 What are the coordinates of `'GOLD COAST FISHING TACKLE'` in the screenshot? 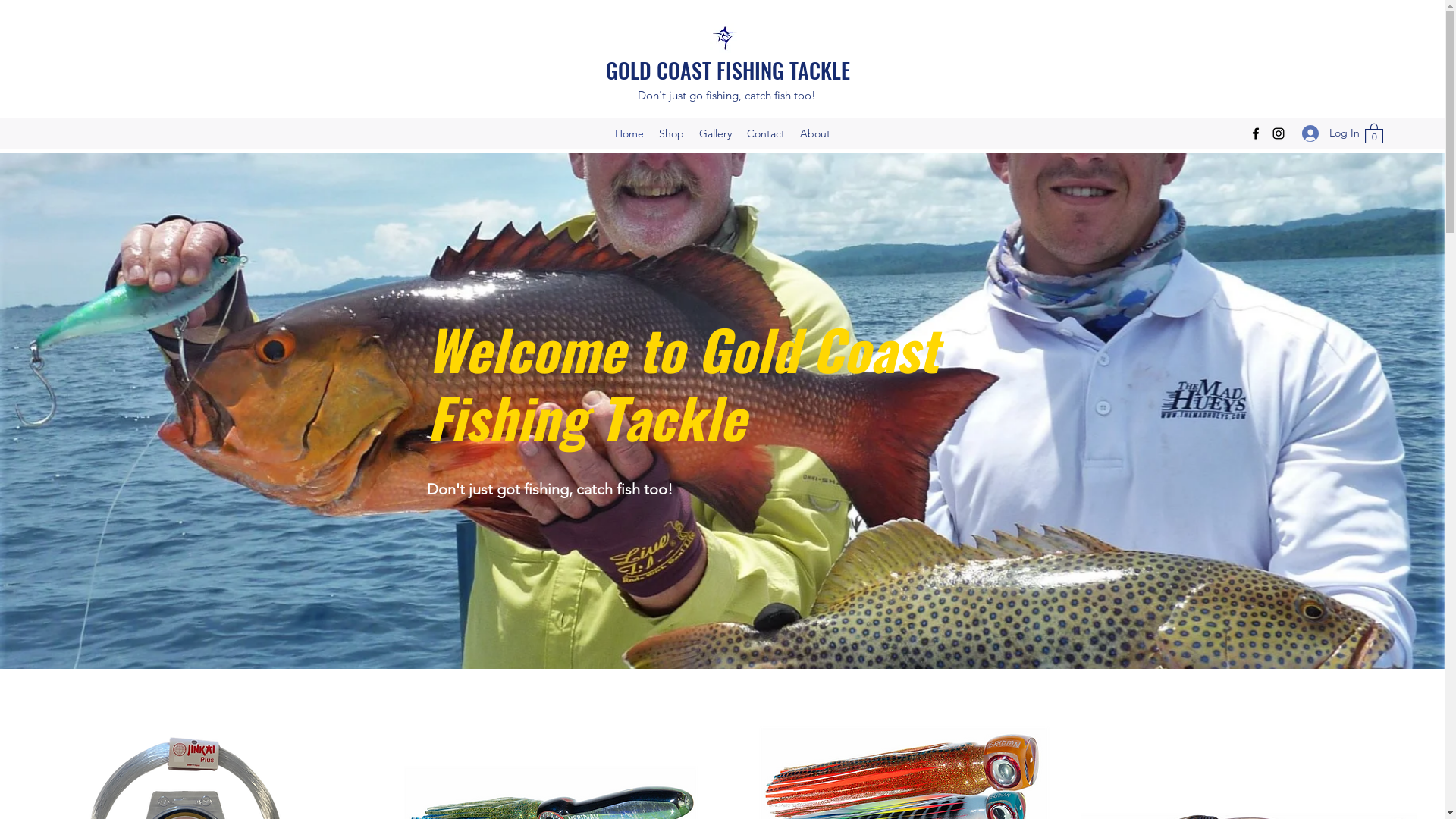 It's located at (728, 70).